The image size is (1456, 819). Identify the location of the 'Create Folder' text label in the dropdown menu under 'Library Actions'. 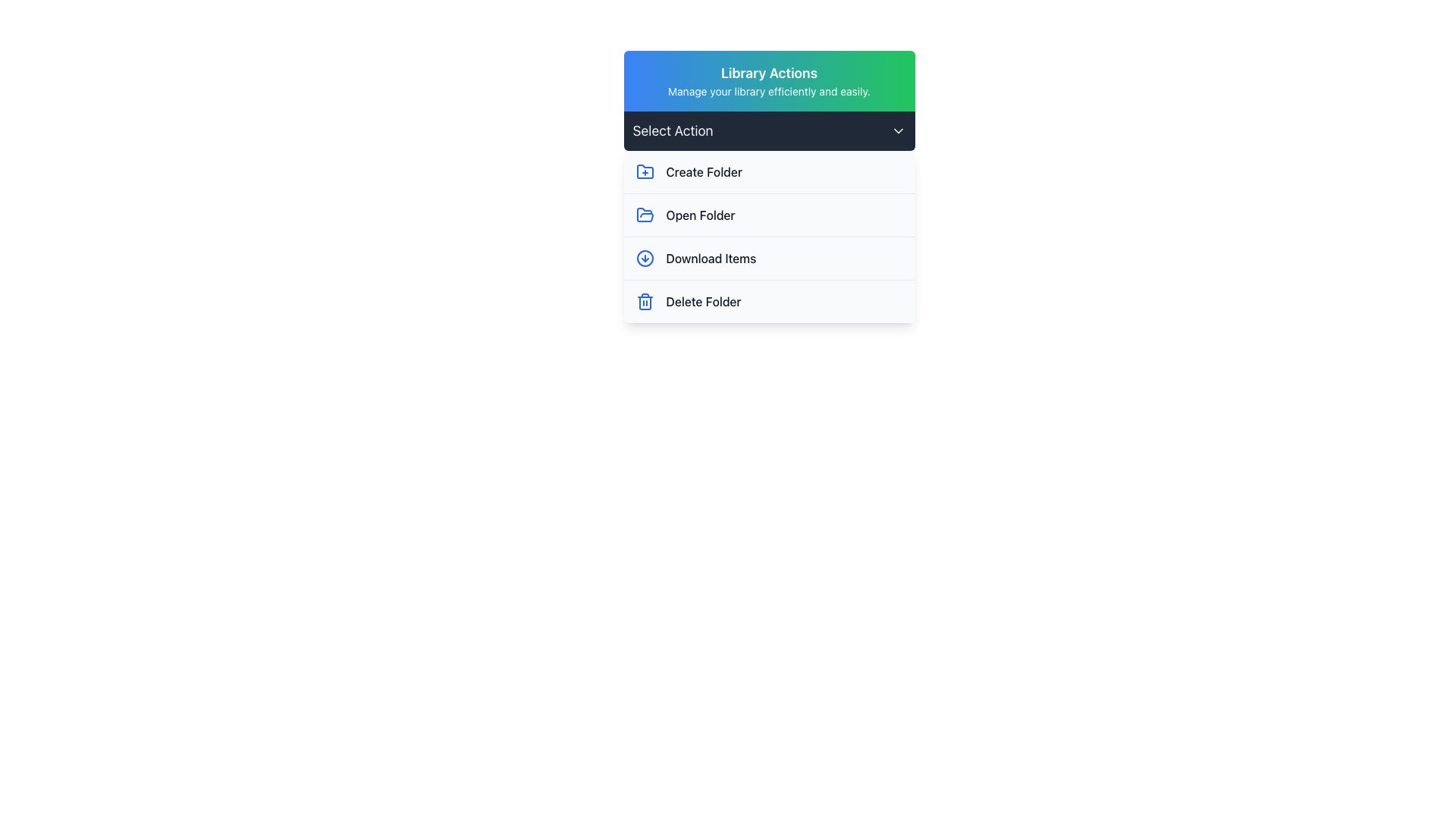
(703, 171).